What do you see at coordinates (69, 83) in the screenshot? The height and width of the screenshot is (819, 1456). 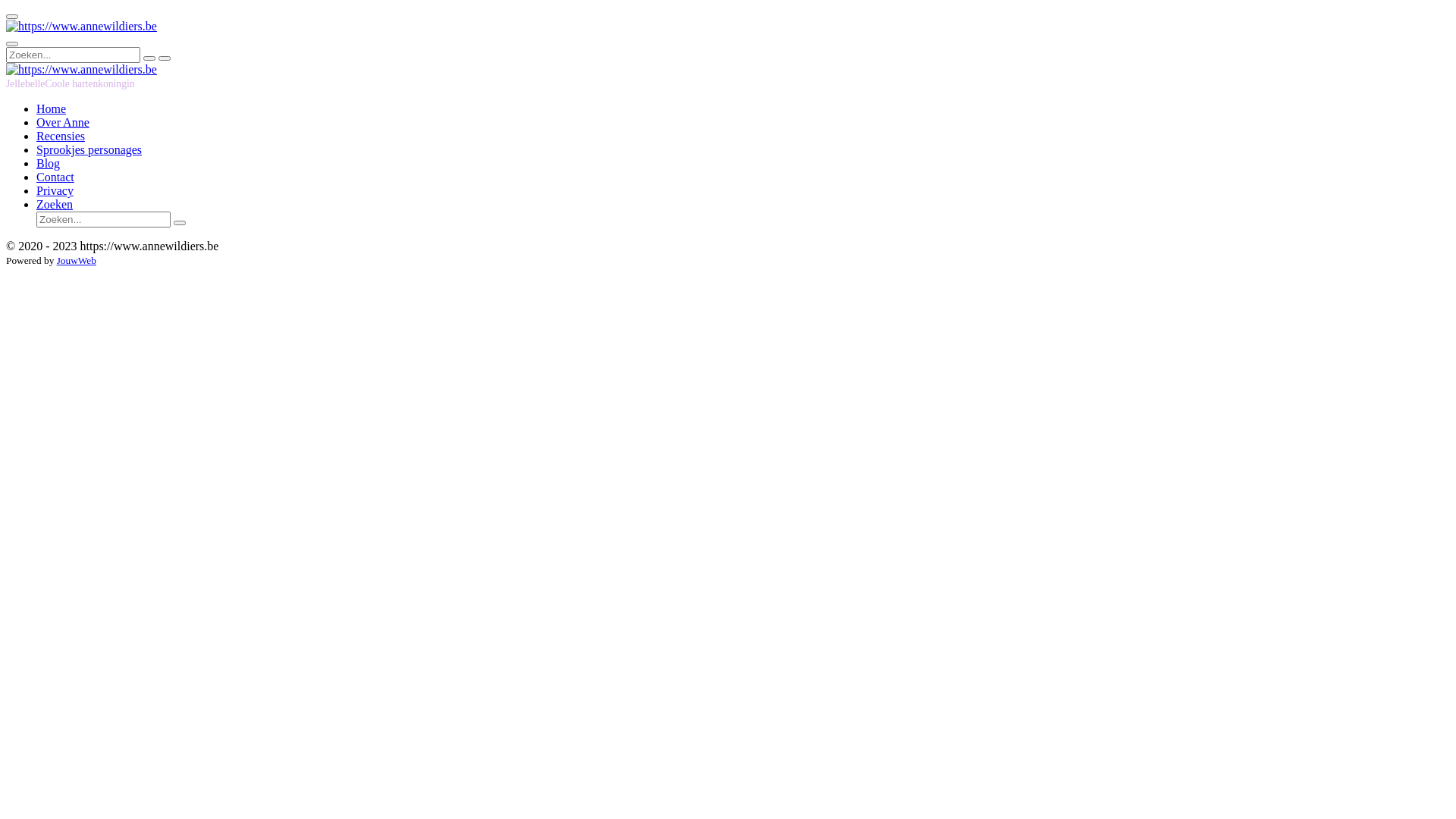 I see `'JellebelleCoole hartenkoningin'` at bounding box center [69, 83].